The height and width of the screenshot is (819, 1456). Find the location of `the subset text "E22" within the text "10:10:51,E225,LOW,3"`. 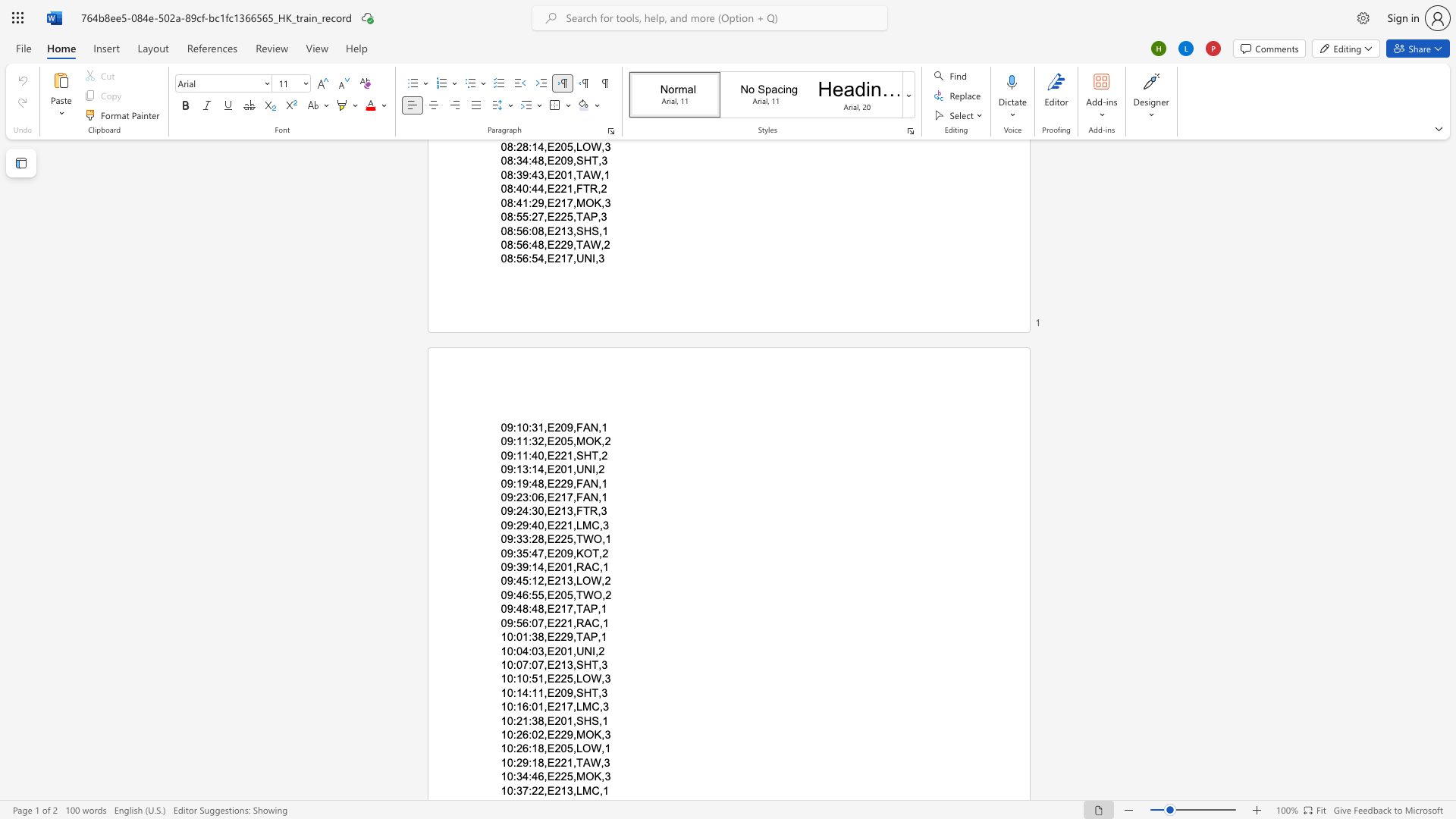

the subset text "E22" within the text "10:10:51,E225,LOW,3" is located at coordinates (546, 678).